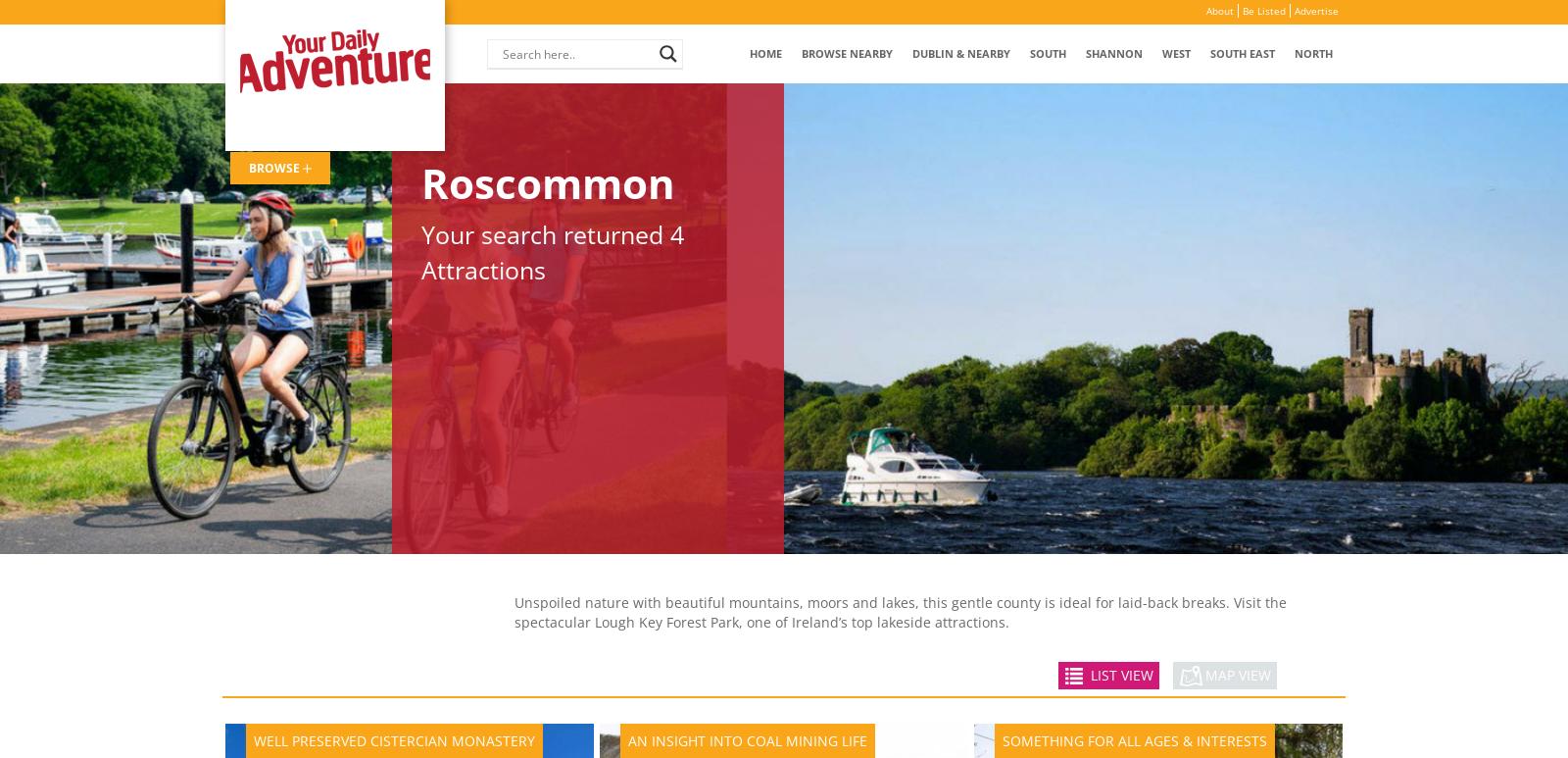 The image size is (1568, 758). Describe the element at coordinates (959, 52) in the screenshot. I see `'Dublin & Nearby'` at that location.